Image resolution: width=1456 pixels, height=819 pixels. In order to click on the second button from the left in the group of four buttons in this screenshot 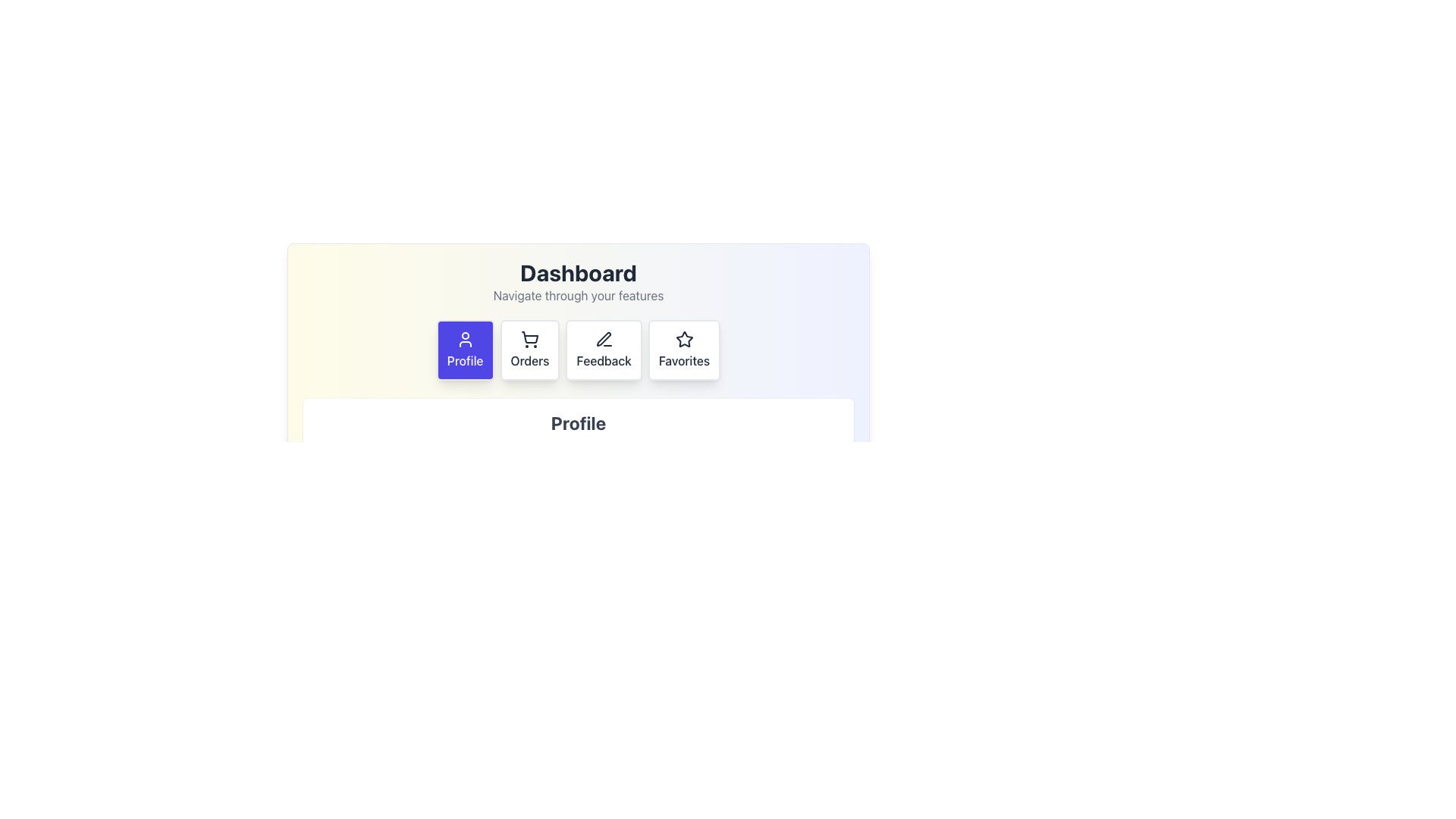, I will do `click(529, 350)`.